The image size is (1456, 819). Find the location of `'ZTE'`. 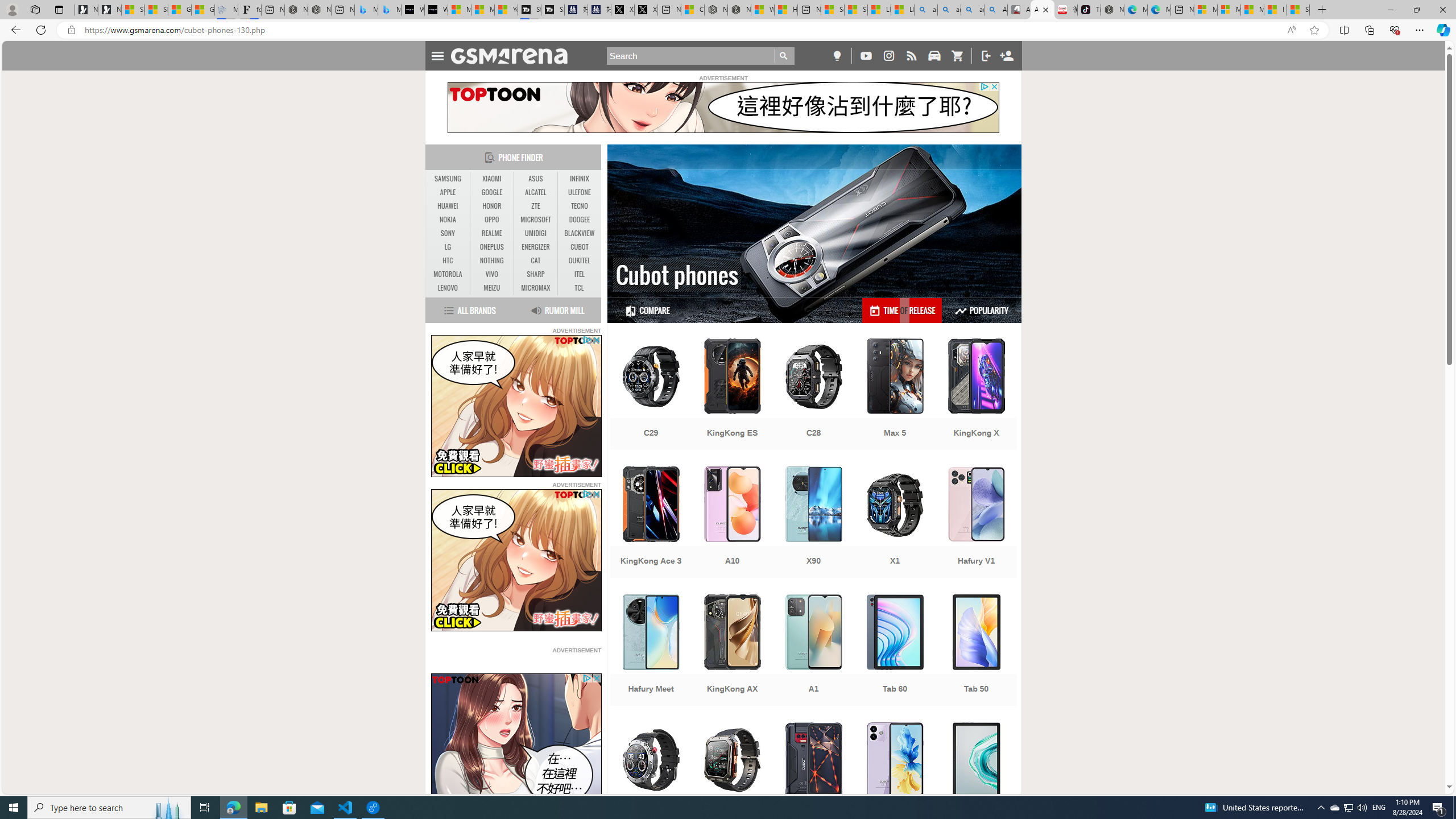

'ZTE' is located at coordinates (535, 205).